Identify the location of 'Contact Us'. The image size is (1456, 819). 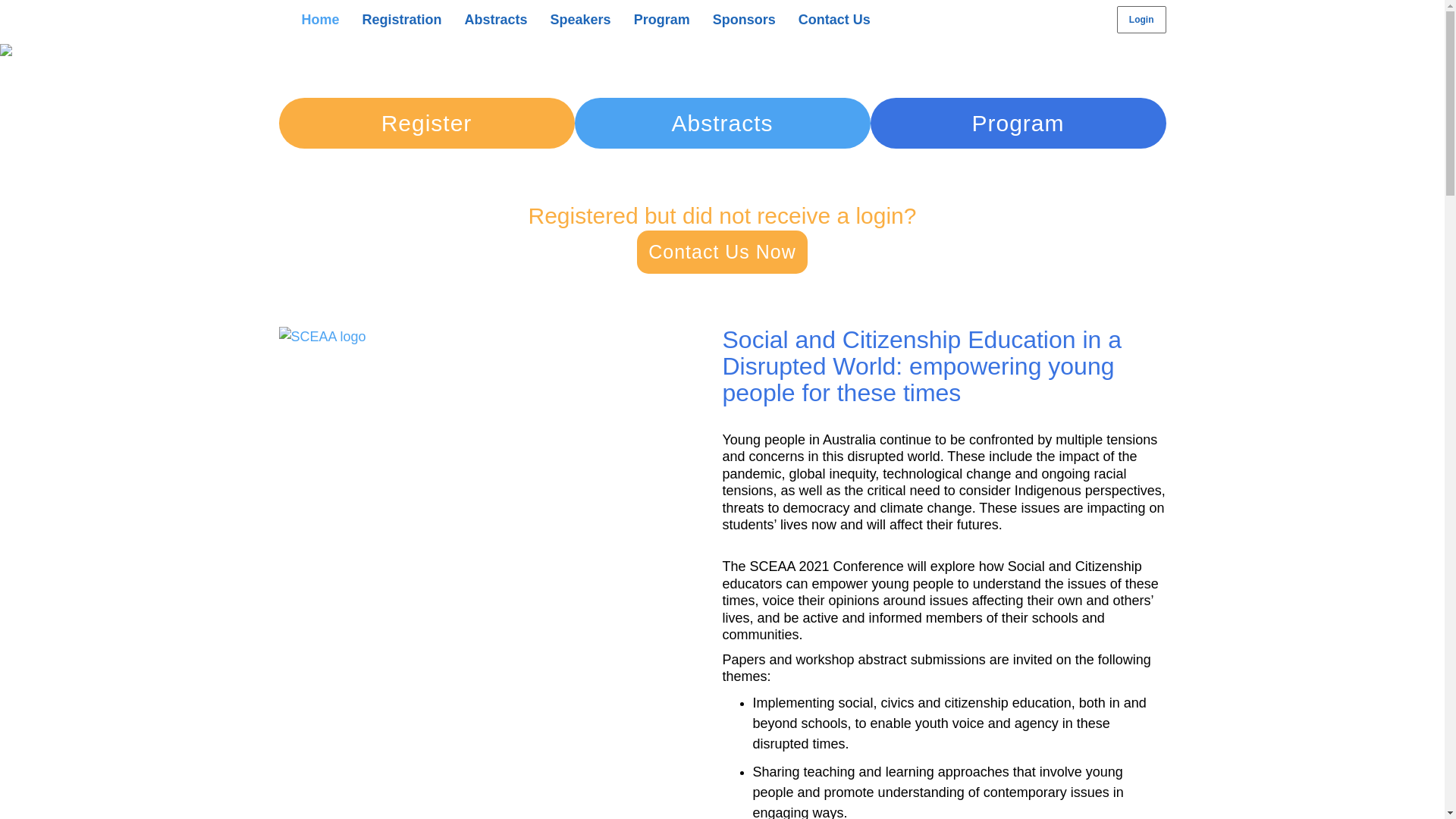
(786, 20).